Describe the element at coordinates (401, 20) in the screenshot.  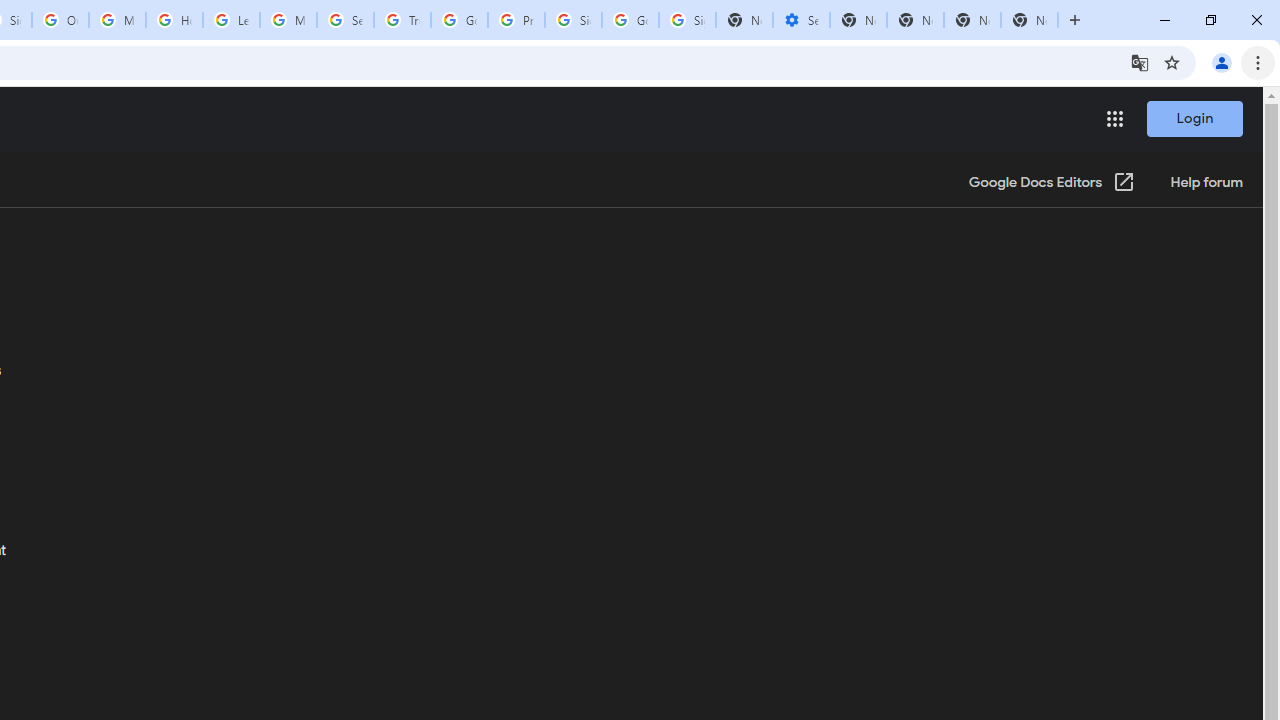
I see `'Trusted Information and Content - Google Safety Center'` at that location.